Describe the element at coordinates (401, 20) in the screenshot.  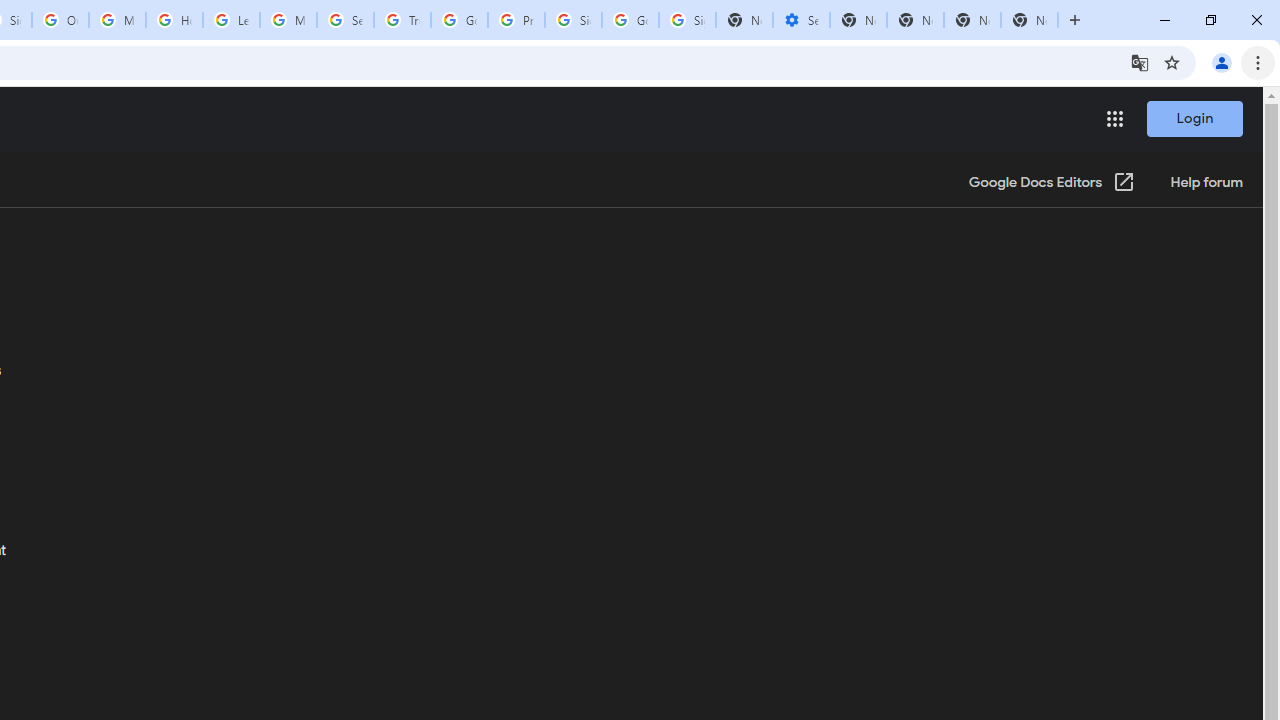
I see `'Trusted Information and Content - Google Safety Center'` at that location.